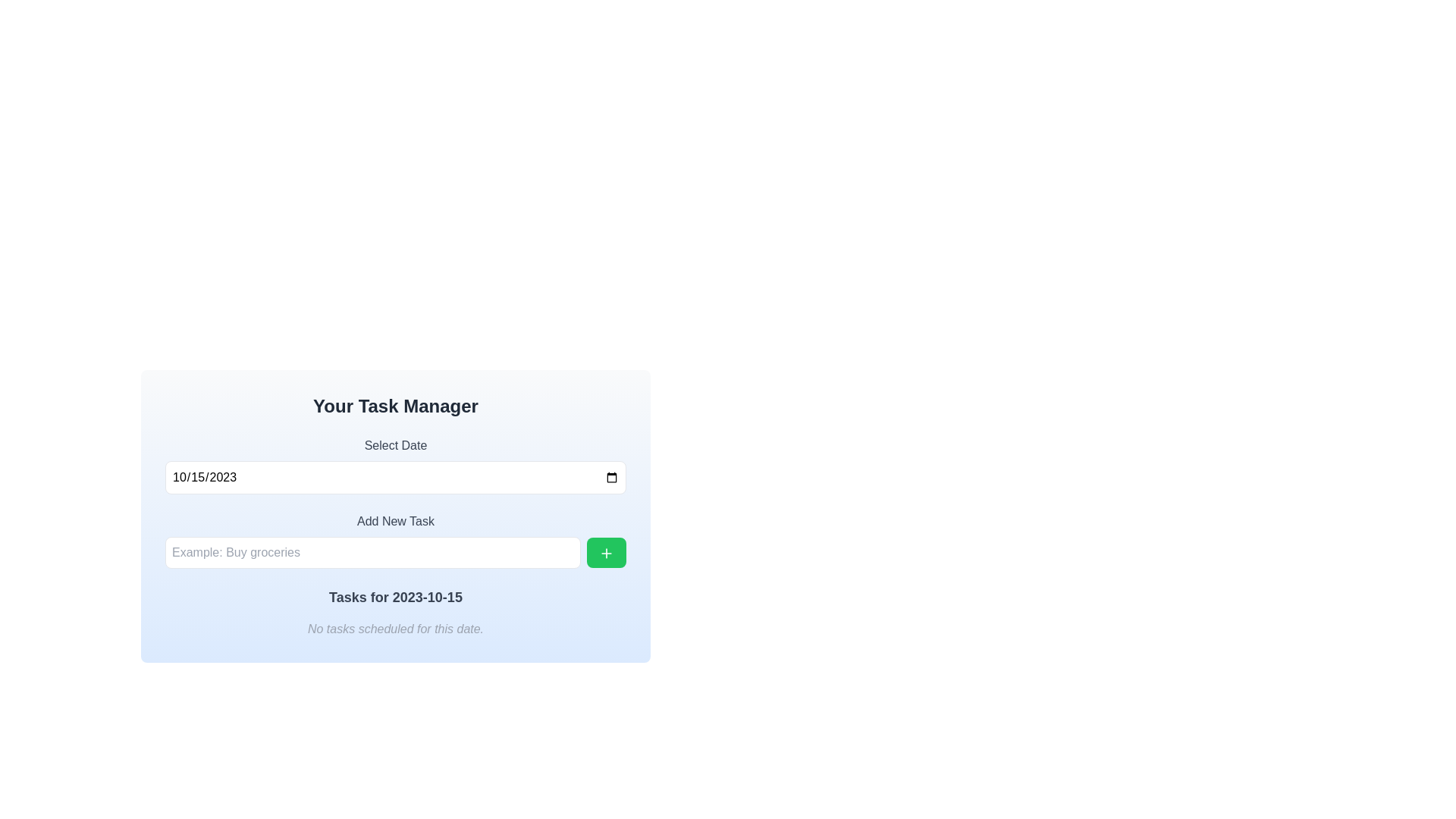 Image resolution: width=1456 pixels, height=819 pixels. What do you see at coordinates (607, 553) in the screenshot?
I see `the green circular Icon button with a white plus symbol for keyboard navigation, located to the right of the 'Example: Buy groceries' text input box in the 'Add New Task' area` at bounding box center [607, 553].